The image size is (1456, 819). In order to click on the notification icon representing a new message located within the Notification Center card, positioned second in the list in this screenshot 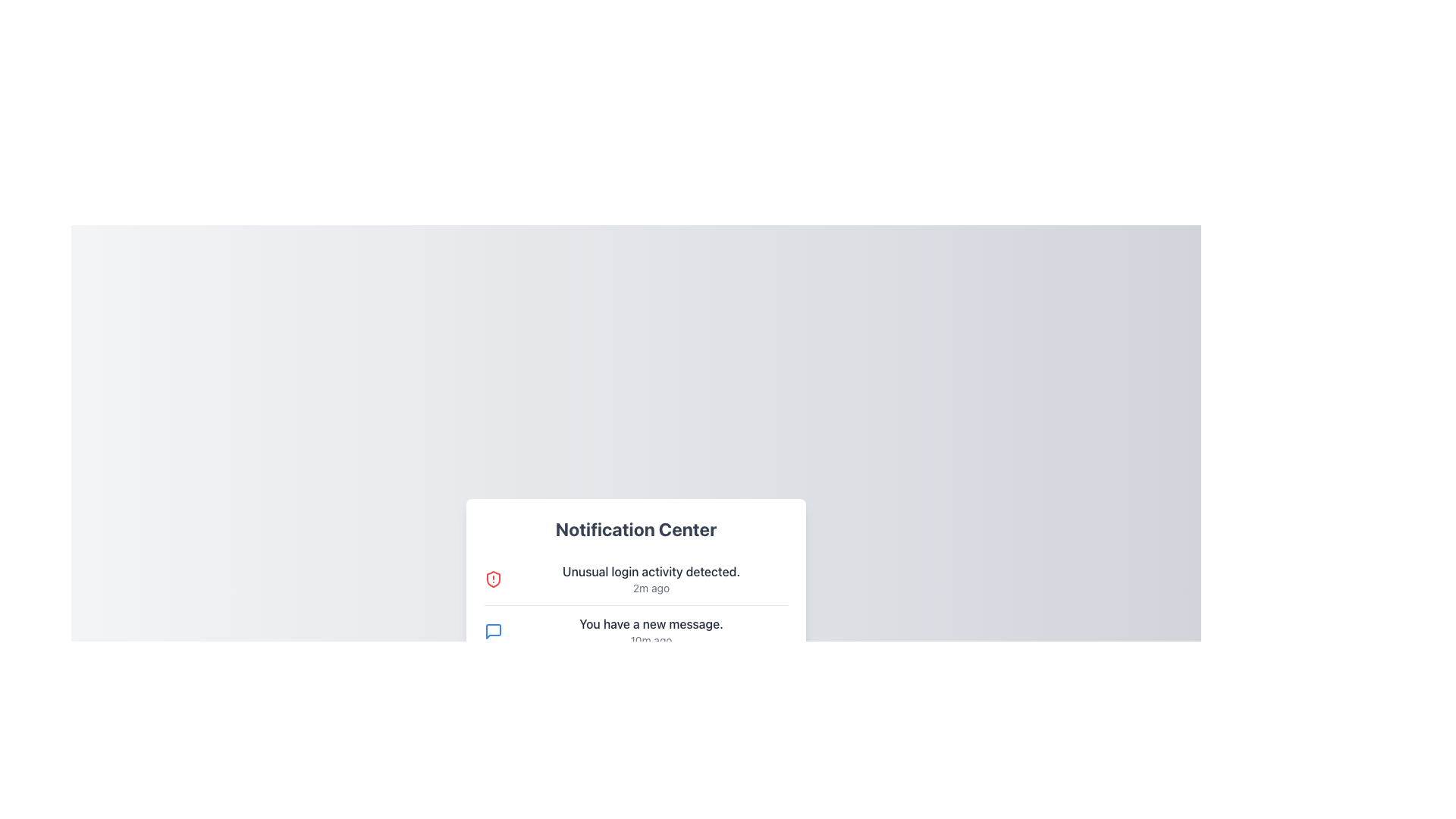, I will do `click(494, 632)`.